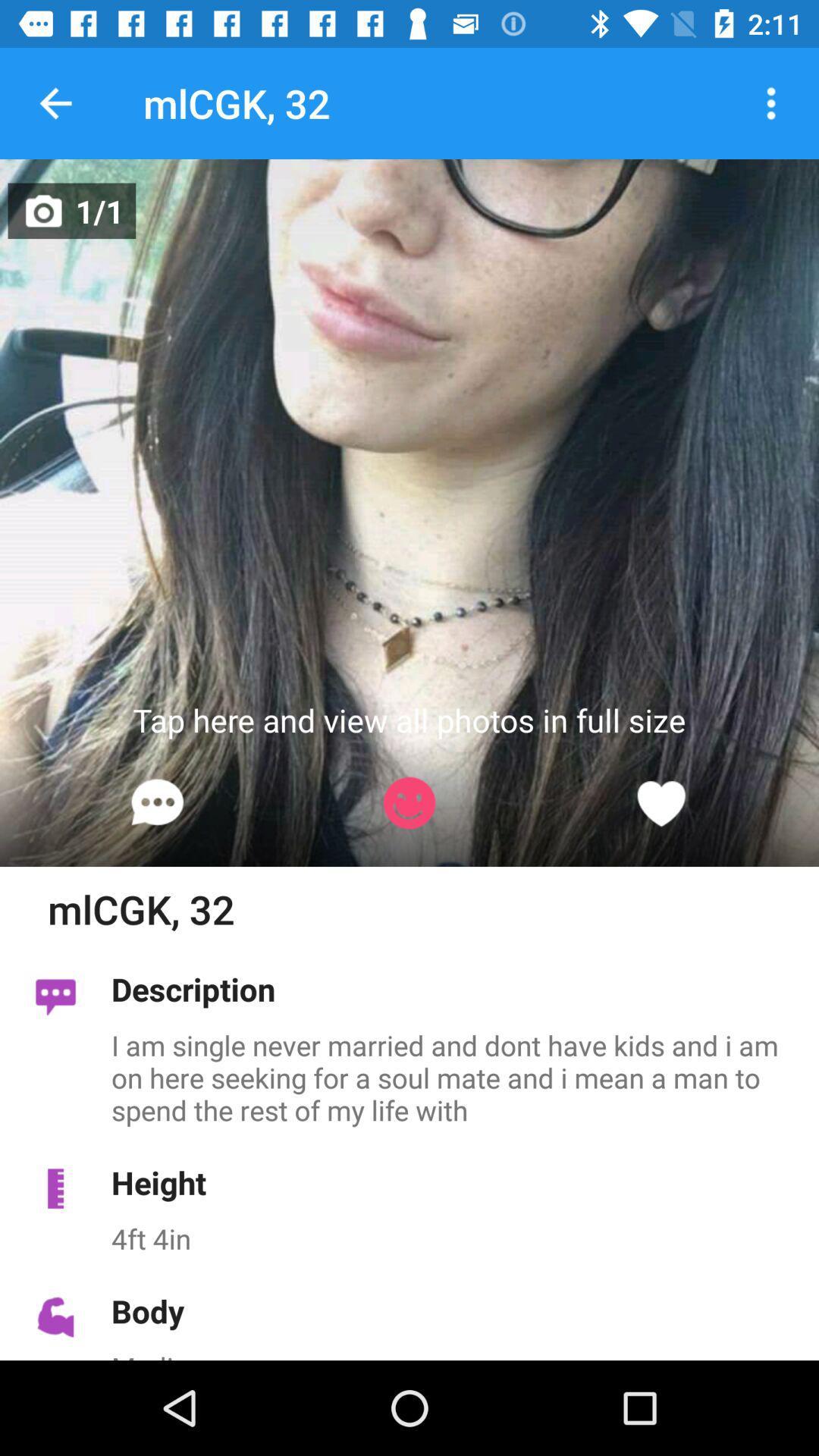 The height and width of the screenshot is (1456, 819). What do you see at coordinates (456, 1354) in the screenshot?
I see `the icon below body icon` at bounding box center [456, 1354].